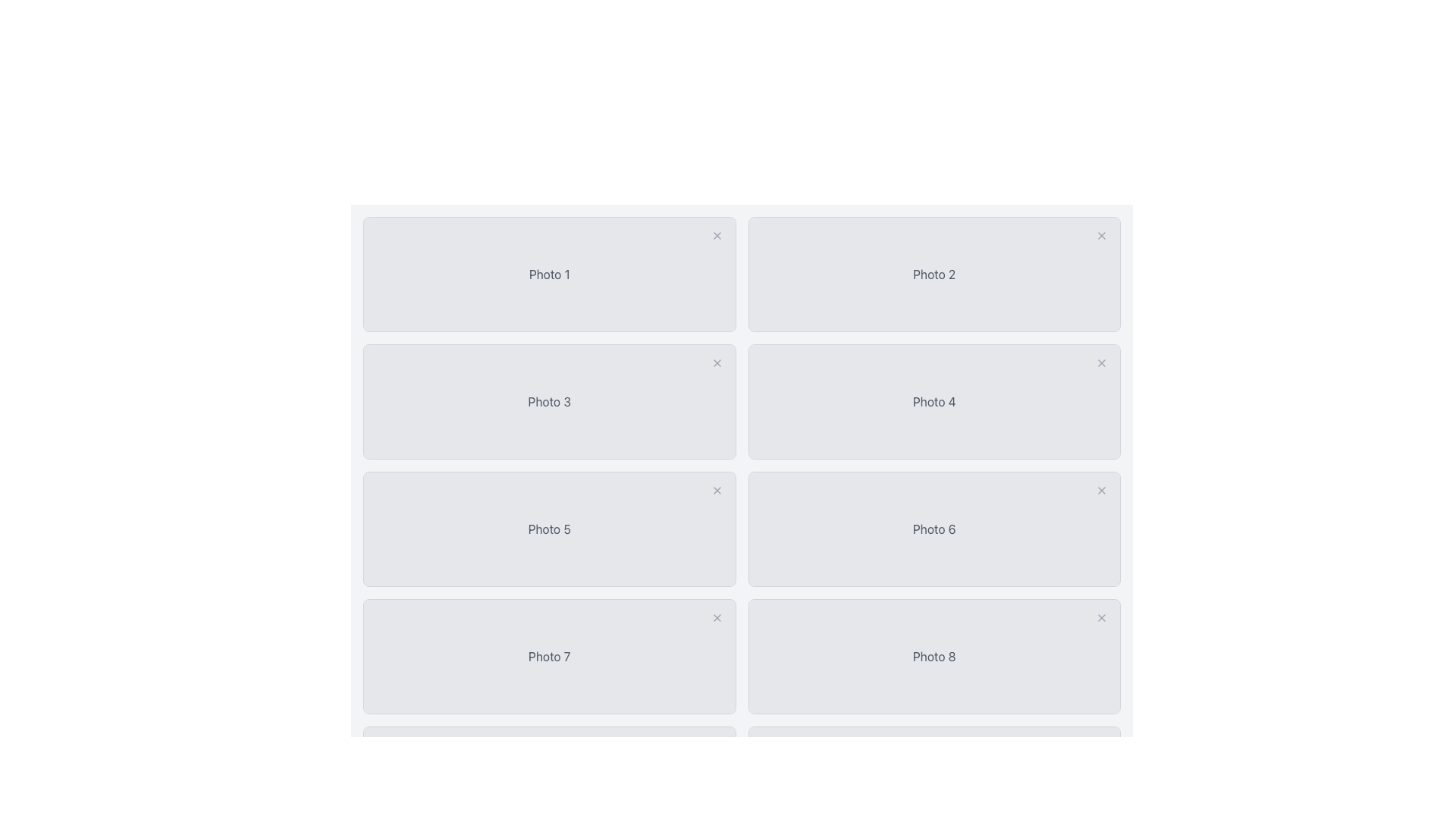 This screenshot has width=1456, height=819. What do you see at coordinates (934, 275) in the screenshot?
I see `the 'Photo 2' tile, which is the second tile in a grid layout, to interact with it` at bounding box center [934, 275].